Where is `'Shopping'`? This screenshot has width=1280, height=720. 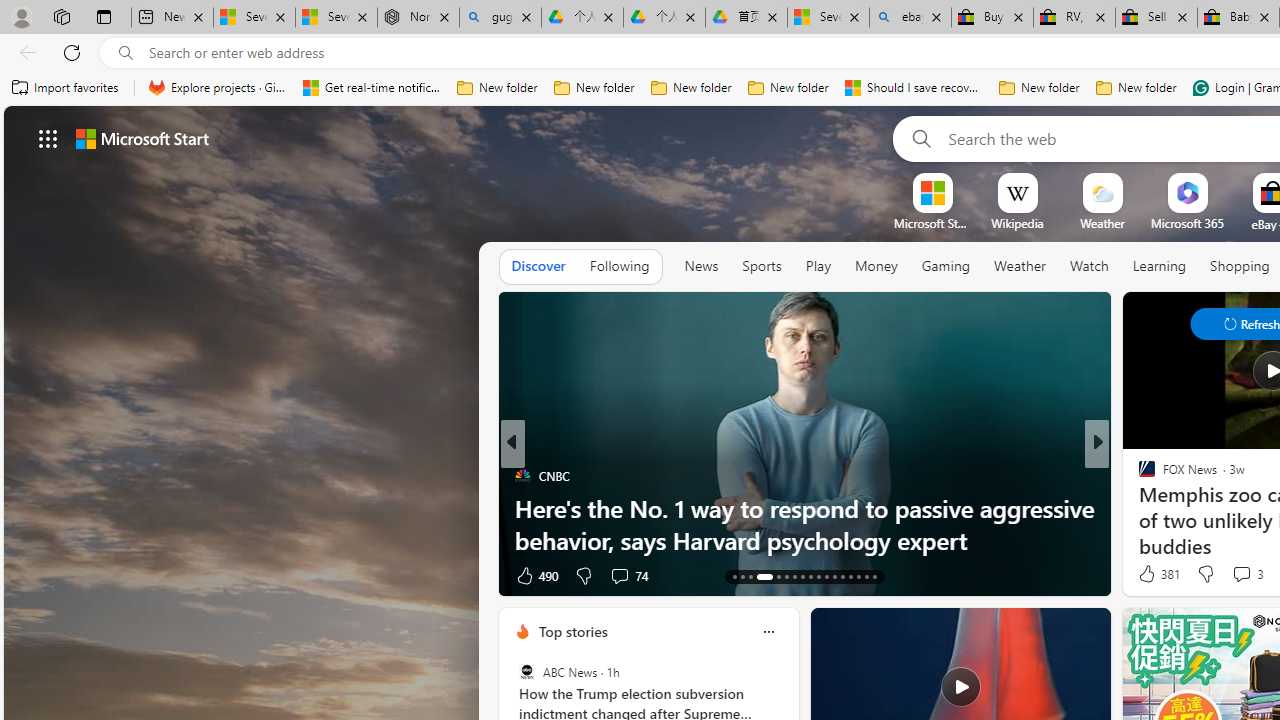 'Shopping' is located at coordinates (1239, 265).